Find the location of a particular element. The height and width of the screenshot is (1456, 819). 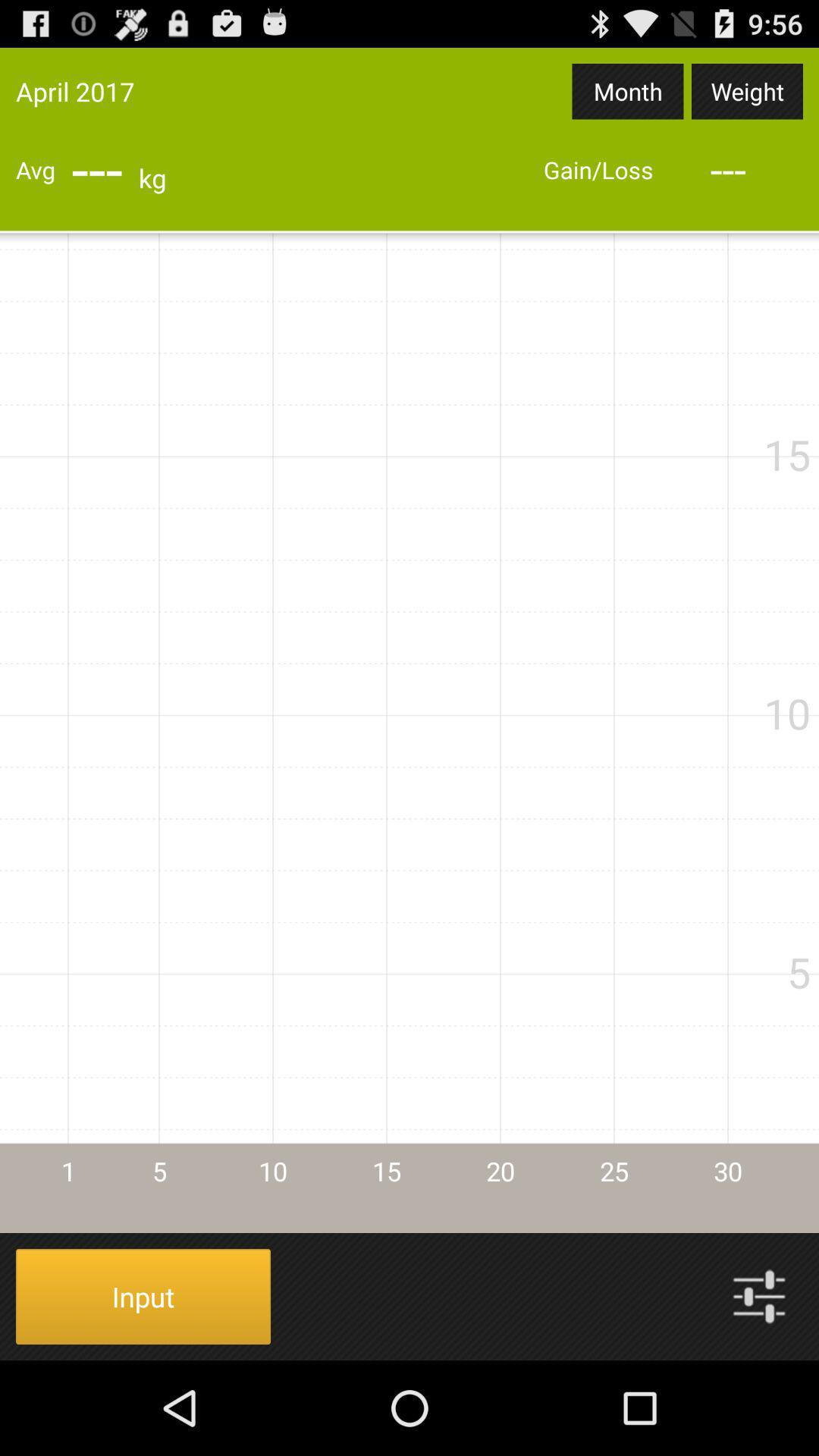

the icon above --- is located at coordinates (628, 90).